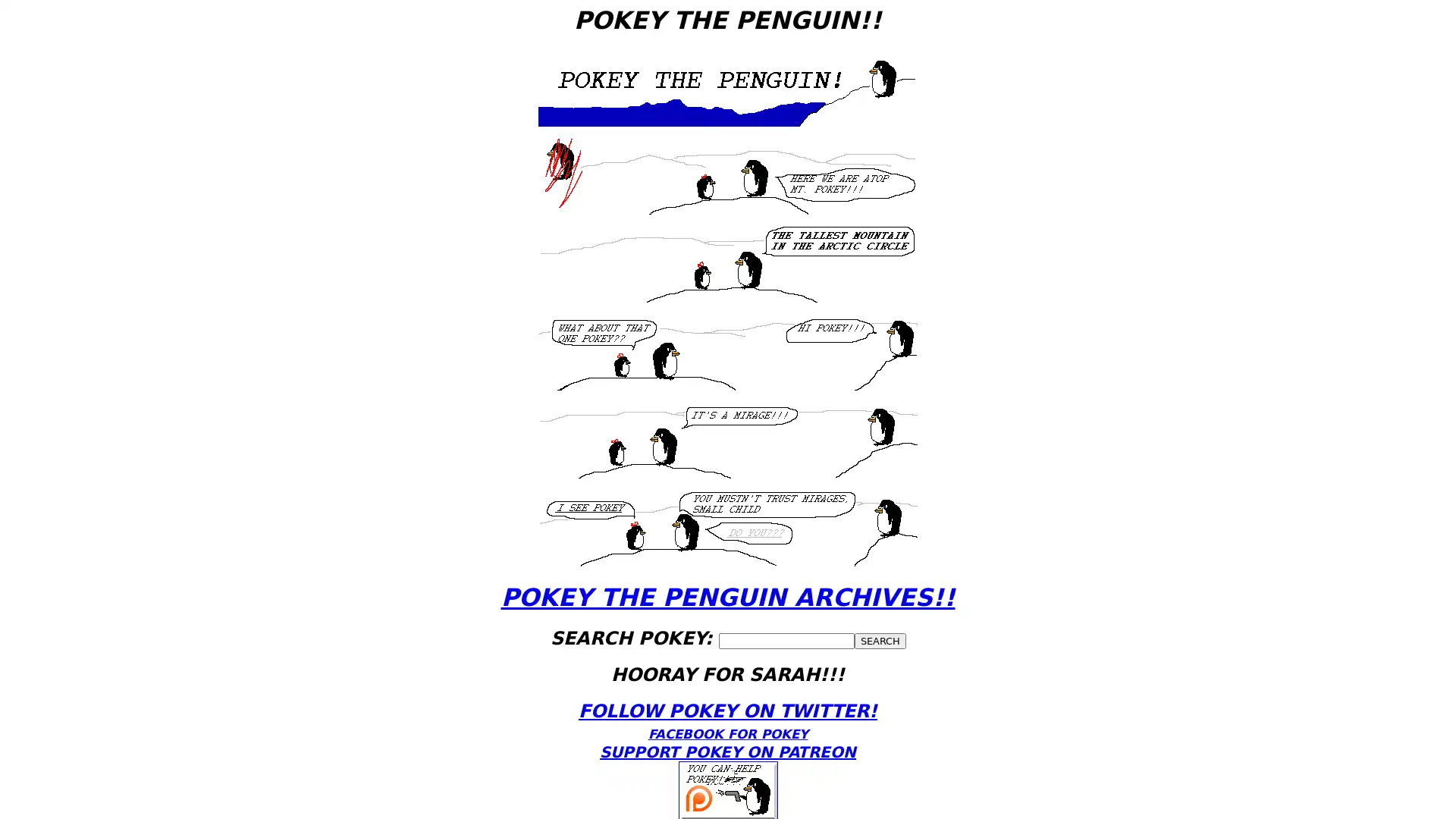  I want to click on SEARCH, so click(880, 641).